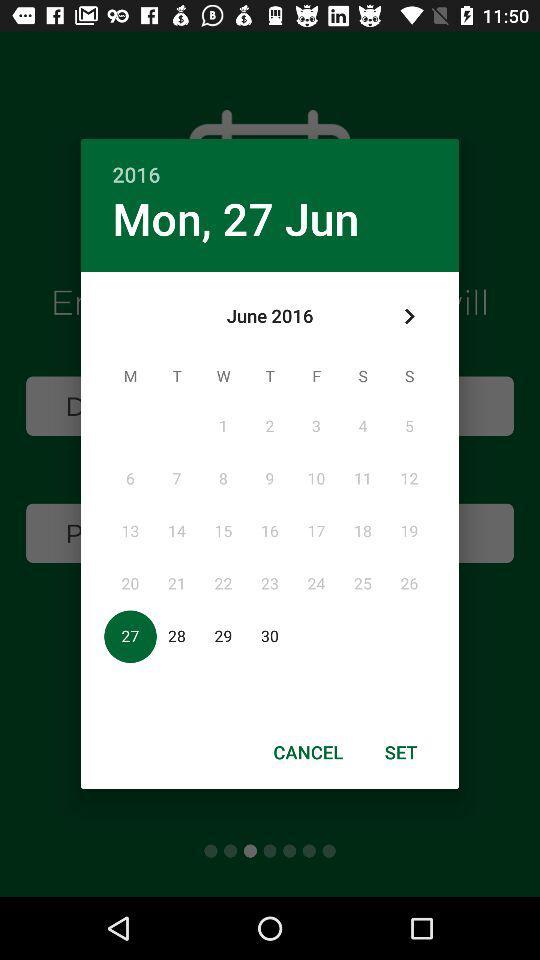  What do you see at coordinates (270, 162) in the screenshot?
I see `2016 icon` at bounding box center [270, 162].